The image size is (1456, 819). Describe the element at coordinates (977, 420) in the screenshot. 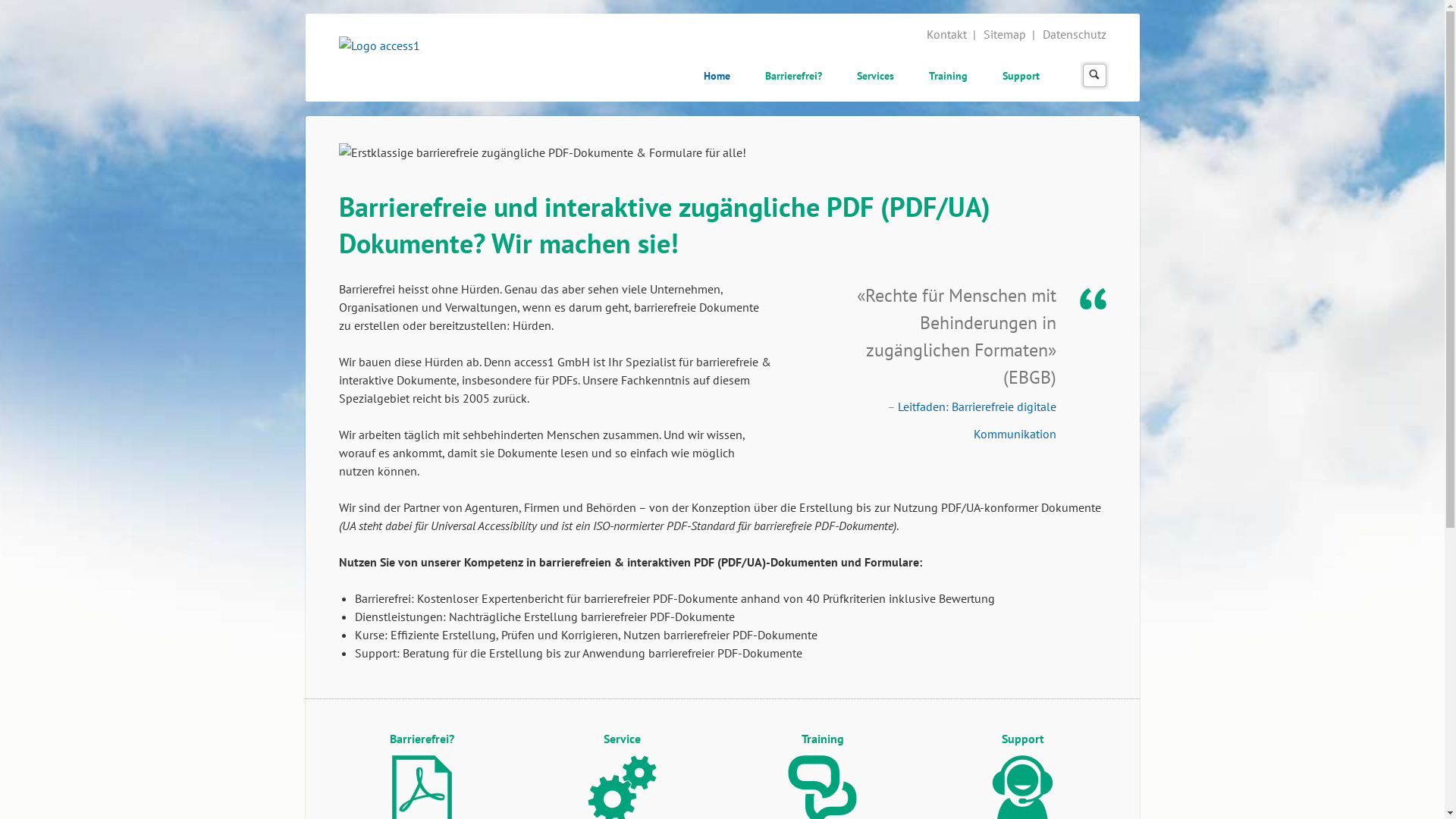

I see `'Leitfaden: Barrierefreie digitale Kommunikation'` at that location.